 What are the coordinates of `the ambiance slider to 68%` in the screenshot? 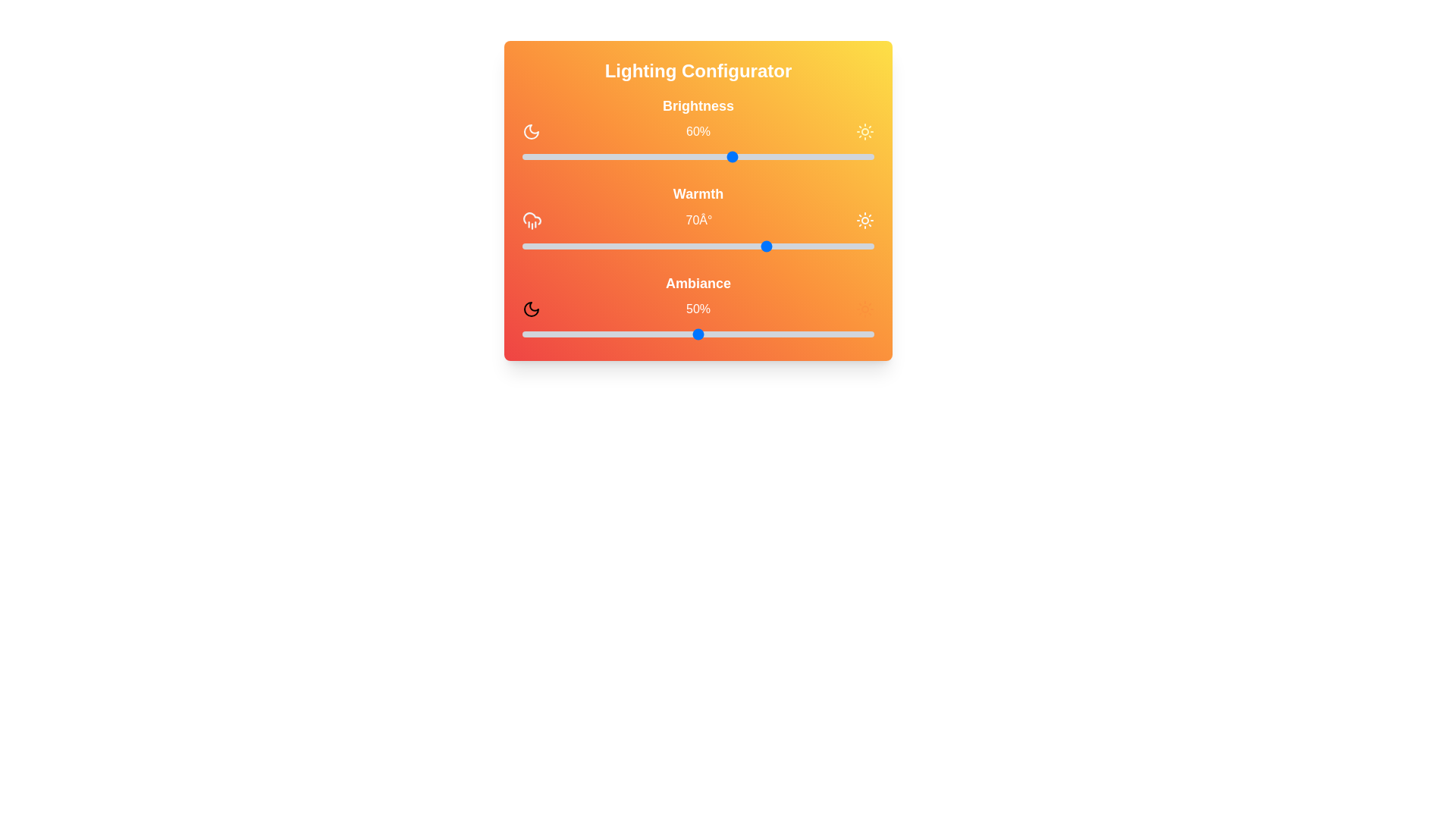 It's located at (761, 333).